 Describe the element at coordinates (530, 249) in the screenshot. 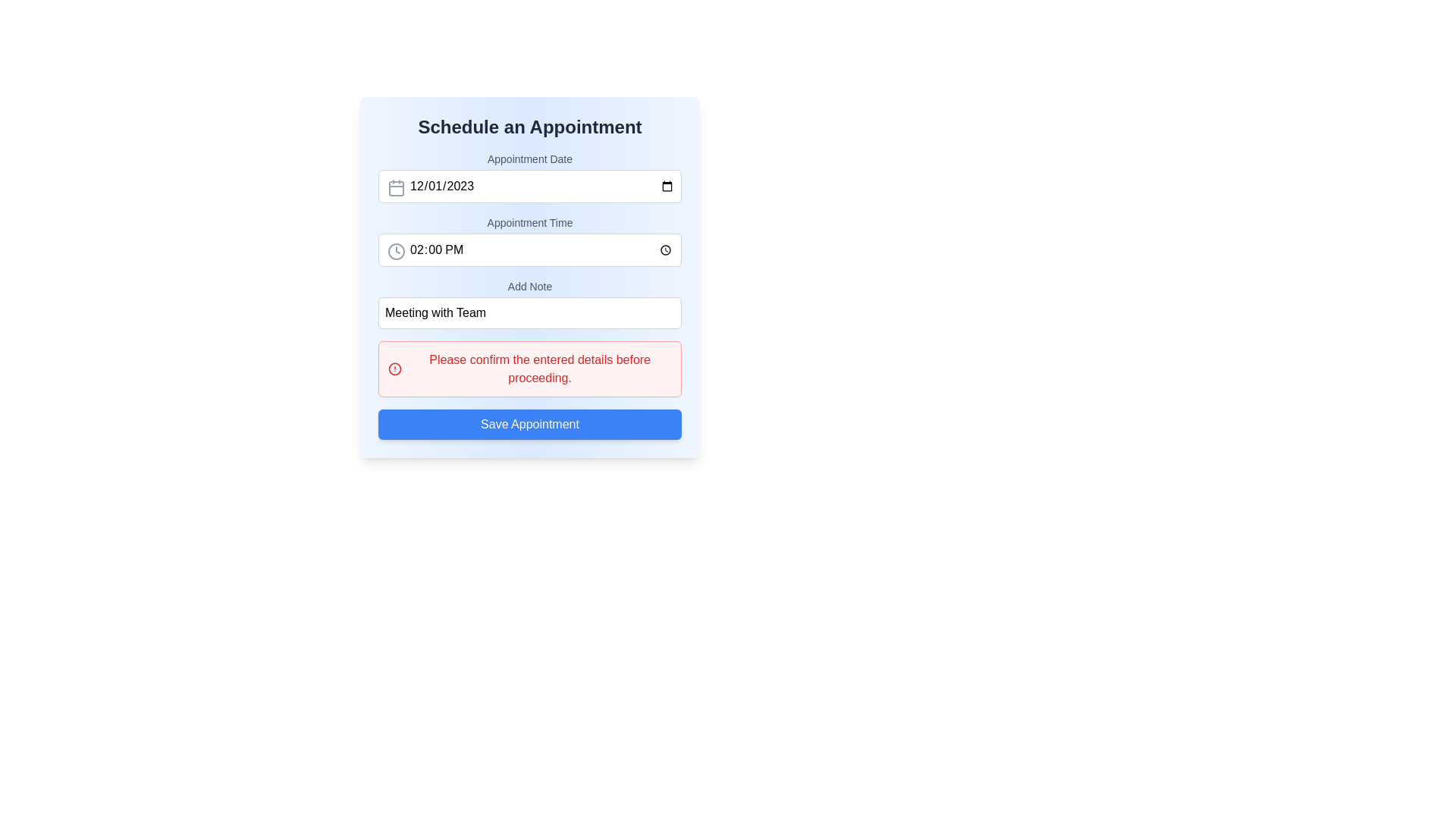

I see `a time from the dropdown or modal presented in the Time input field located in the 'Appointment Time' section, which is directly underneath its header` at that location.